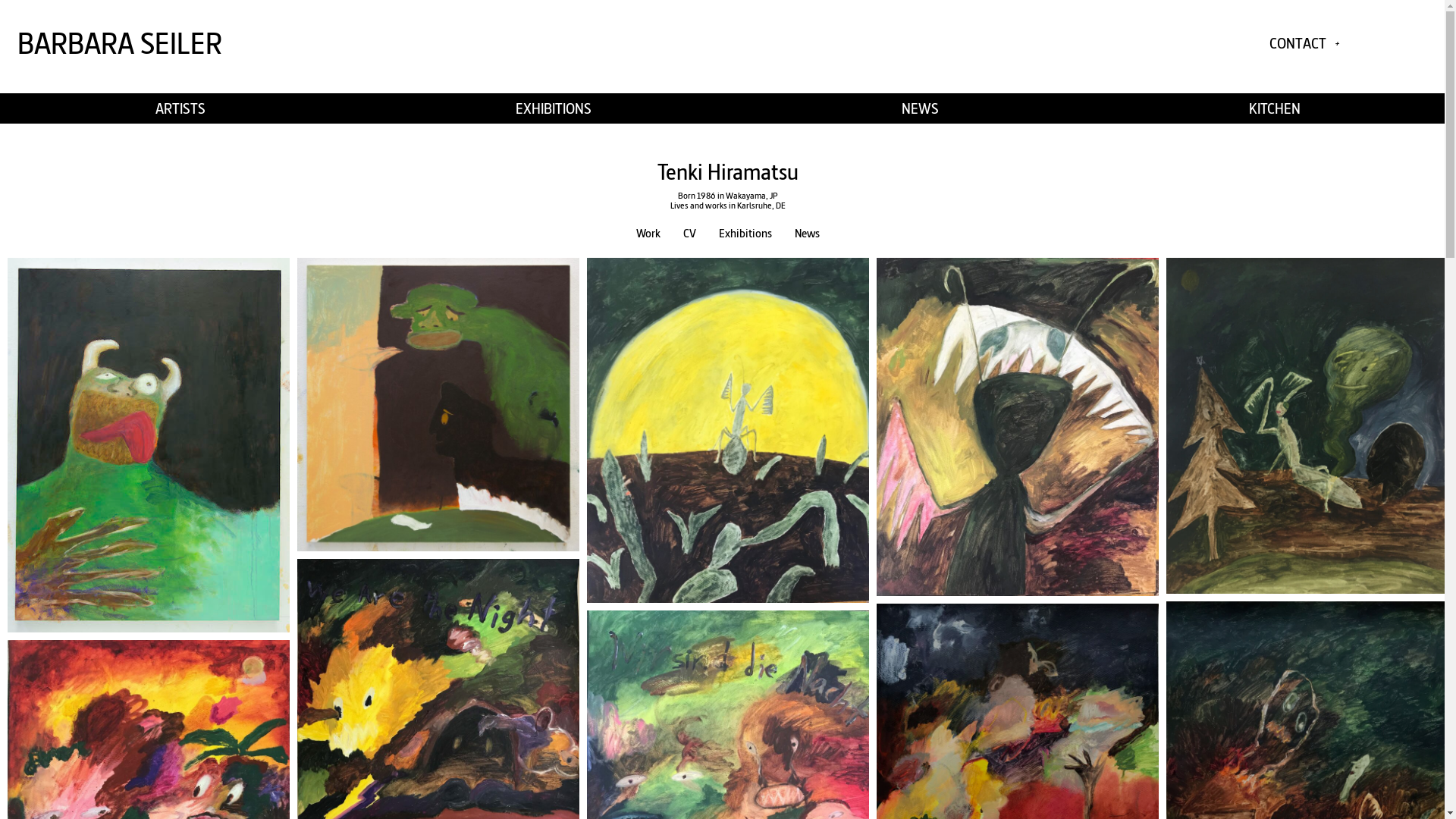 The image size is (1456, 819). Describe the element at coordinates (552, 107) in the screenshot. I see `'EXHIBITIONS'` at that location.